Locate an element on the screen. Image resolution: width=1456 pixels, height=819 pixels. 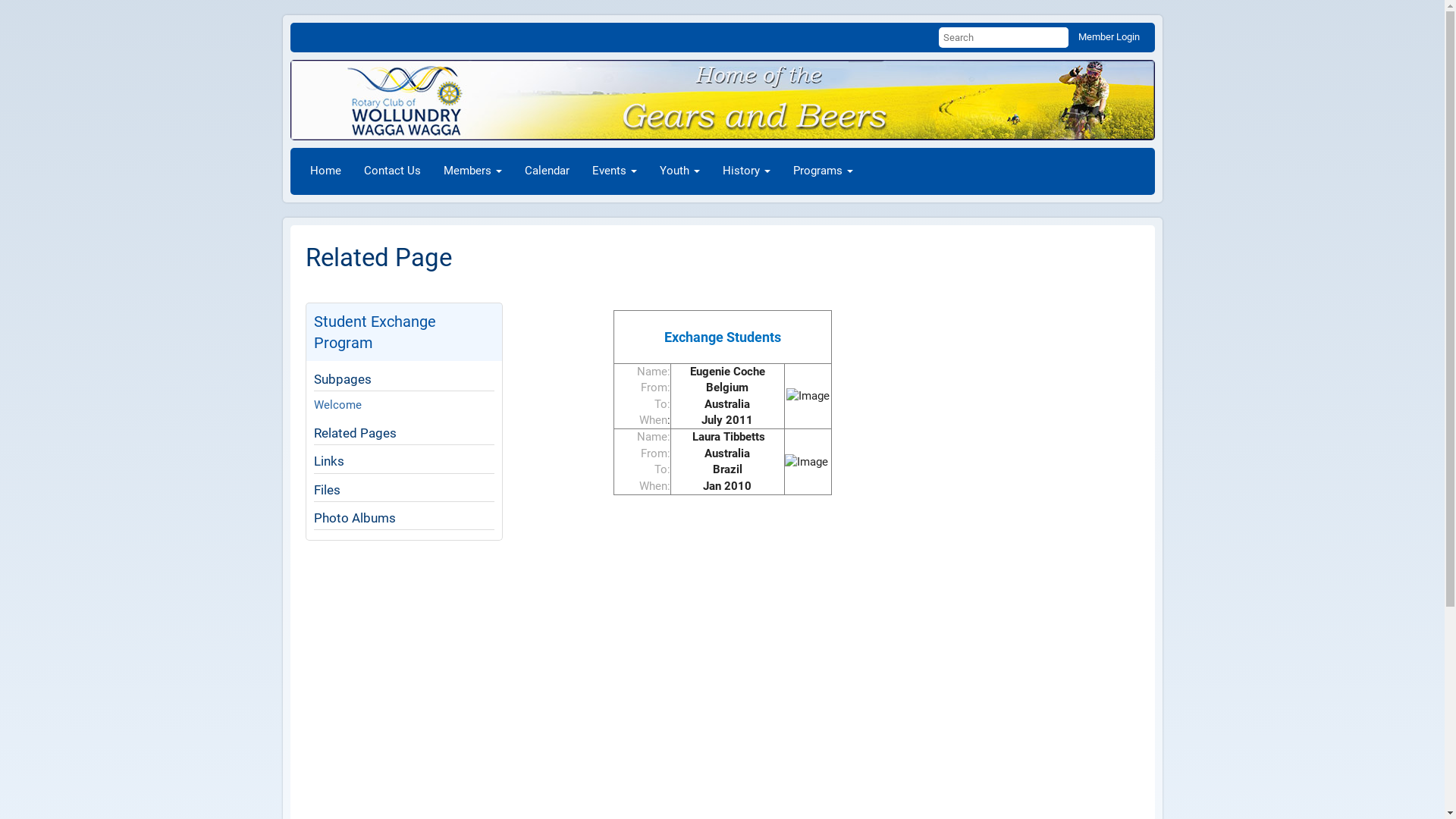
'Programs' is located at coordinates (821, 171).